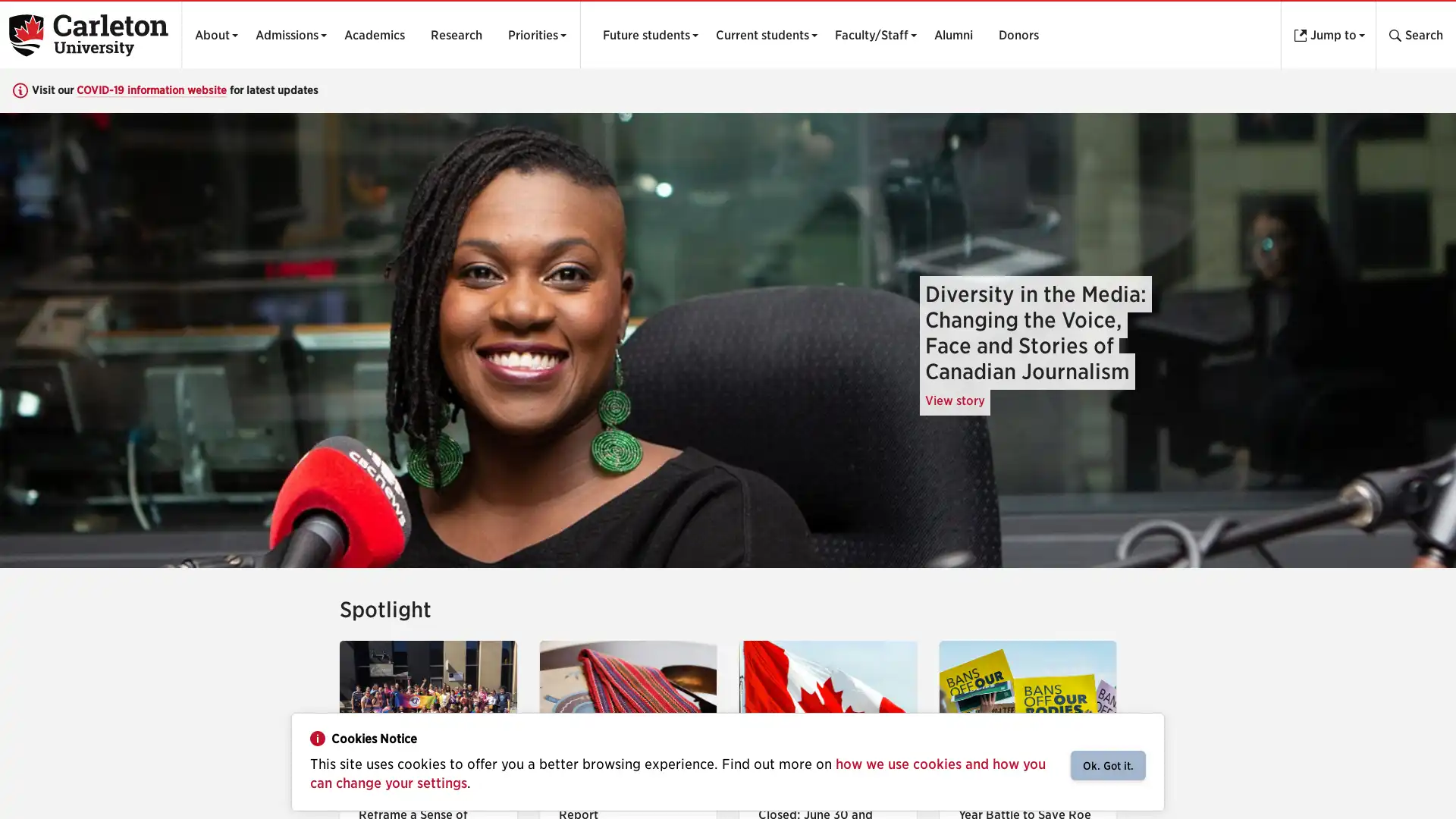  Describe the element at coordinates (287, 34) in the screenshot. I see `Open Menu` at that location.